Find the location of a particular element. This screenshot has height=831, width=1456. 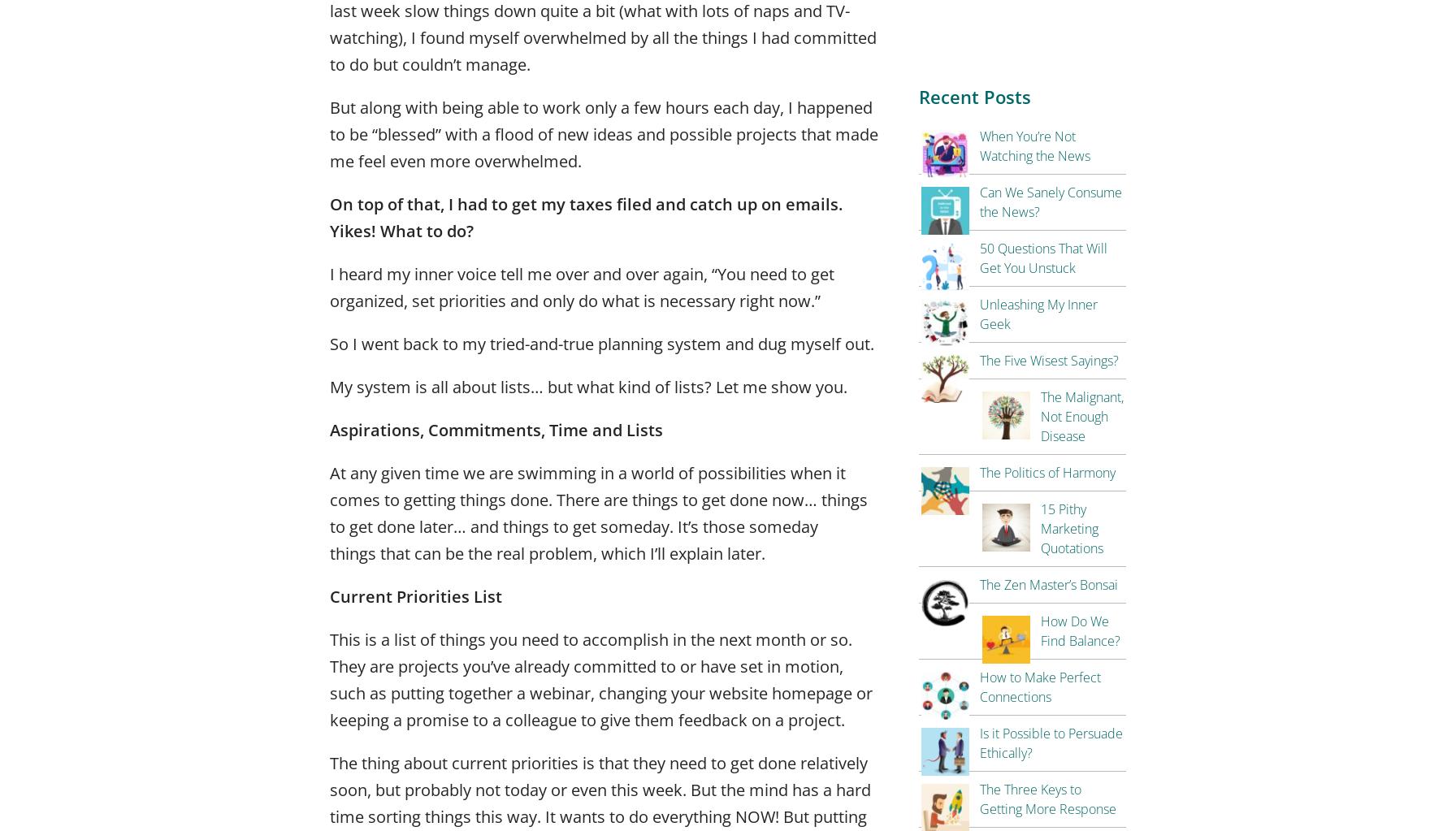

'The Three Keys to Getting More Response' is located at coordinates (1048, 799).